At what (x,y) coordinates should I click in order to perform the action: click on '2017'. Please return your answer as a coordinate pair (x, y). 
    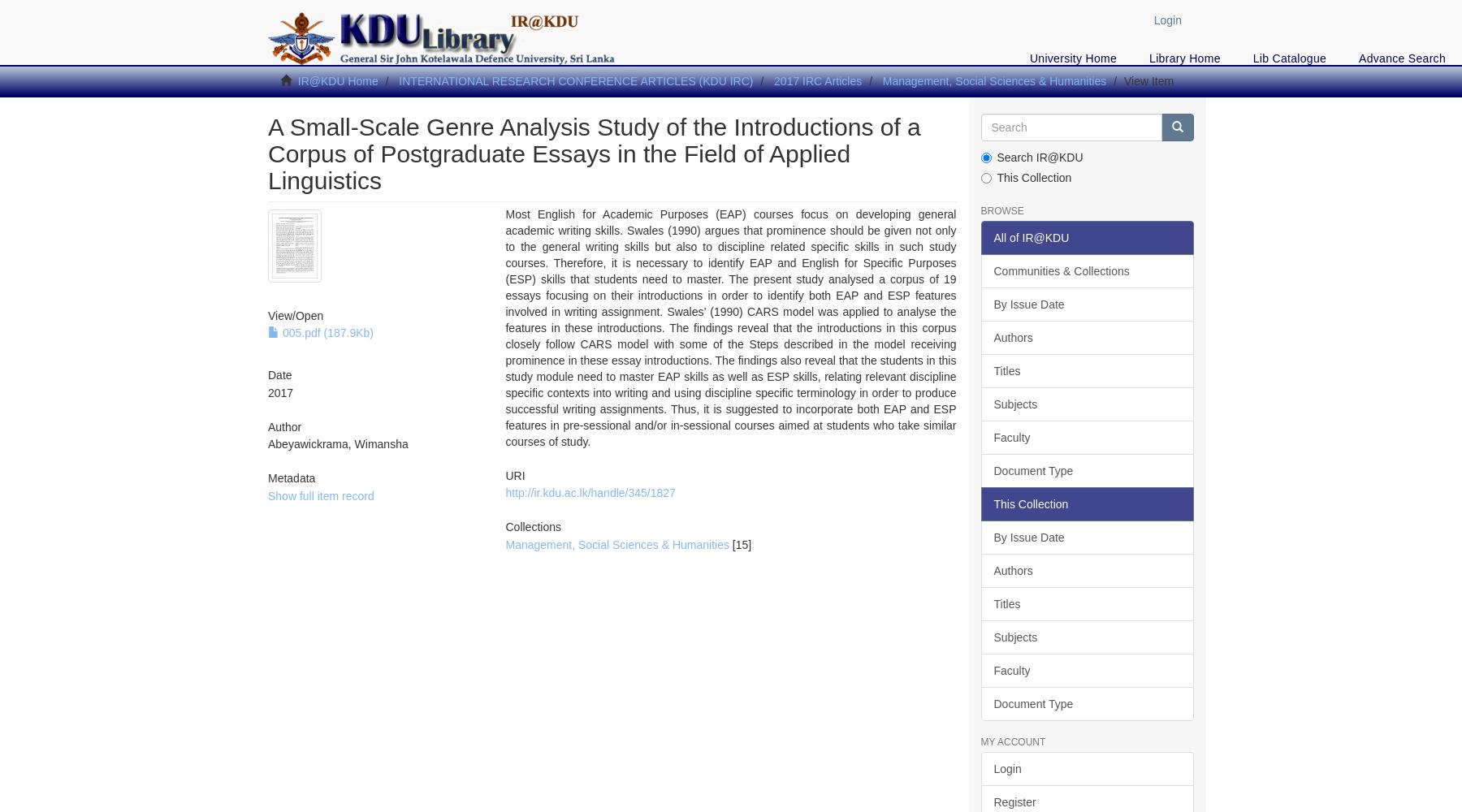
    Looking at the image, I should click on (280, 391).